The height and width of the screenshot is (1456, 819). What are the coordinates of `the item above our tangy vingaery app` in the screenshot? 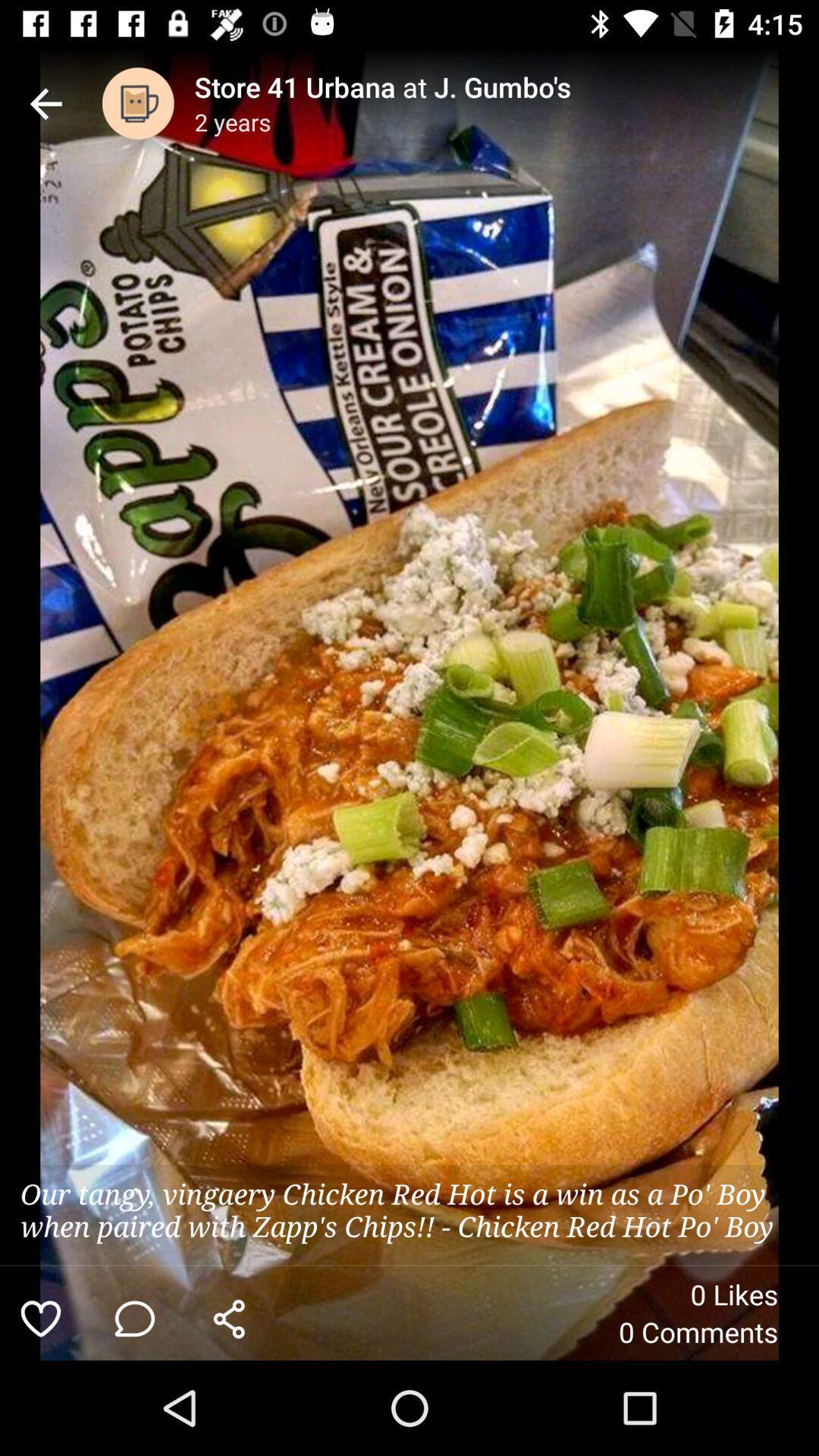 It's located at (45, 102).